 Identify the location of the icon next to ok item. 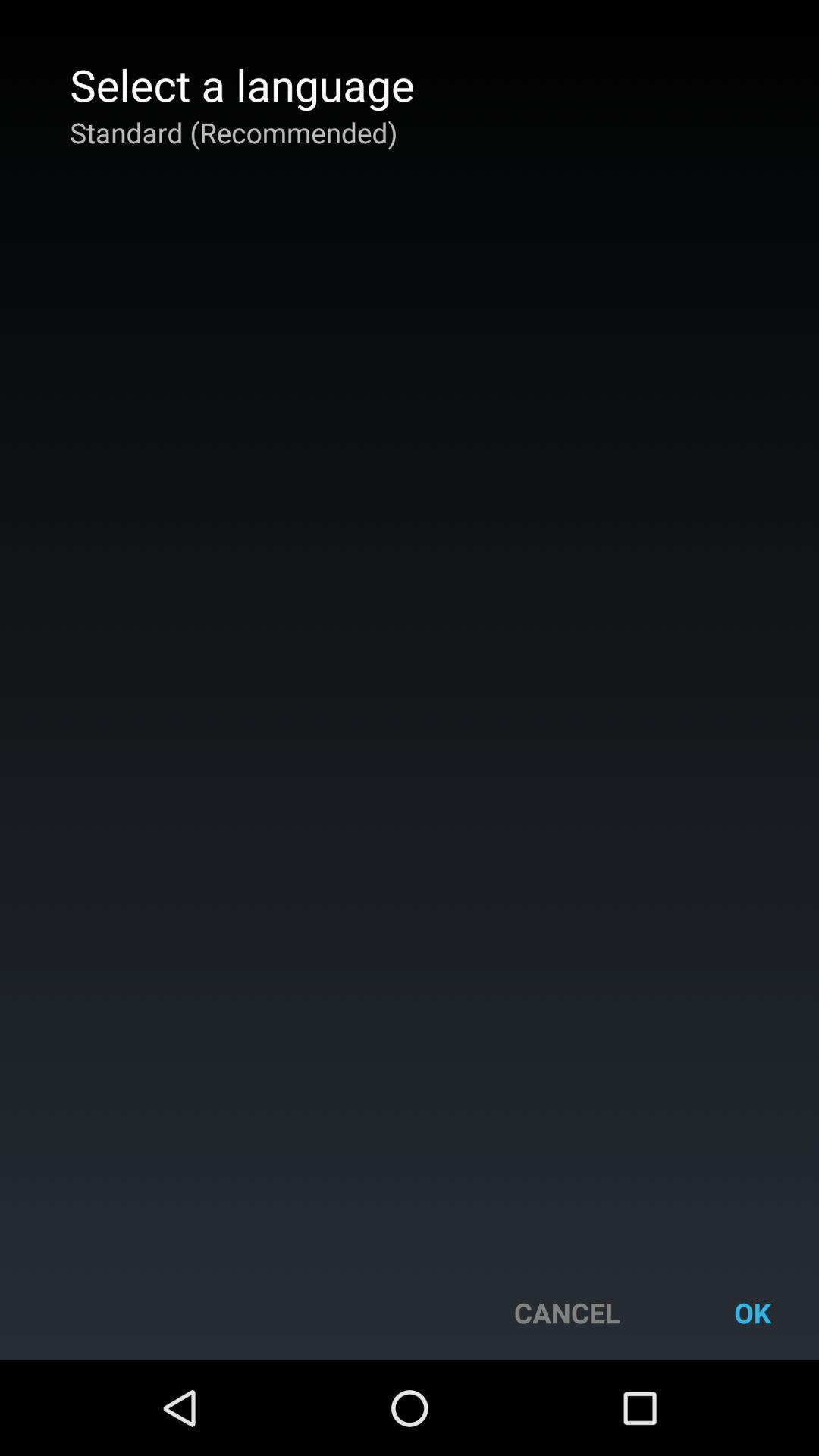
(566, 1312).